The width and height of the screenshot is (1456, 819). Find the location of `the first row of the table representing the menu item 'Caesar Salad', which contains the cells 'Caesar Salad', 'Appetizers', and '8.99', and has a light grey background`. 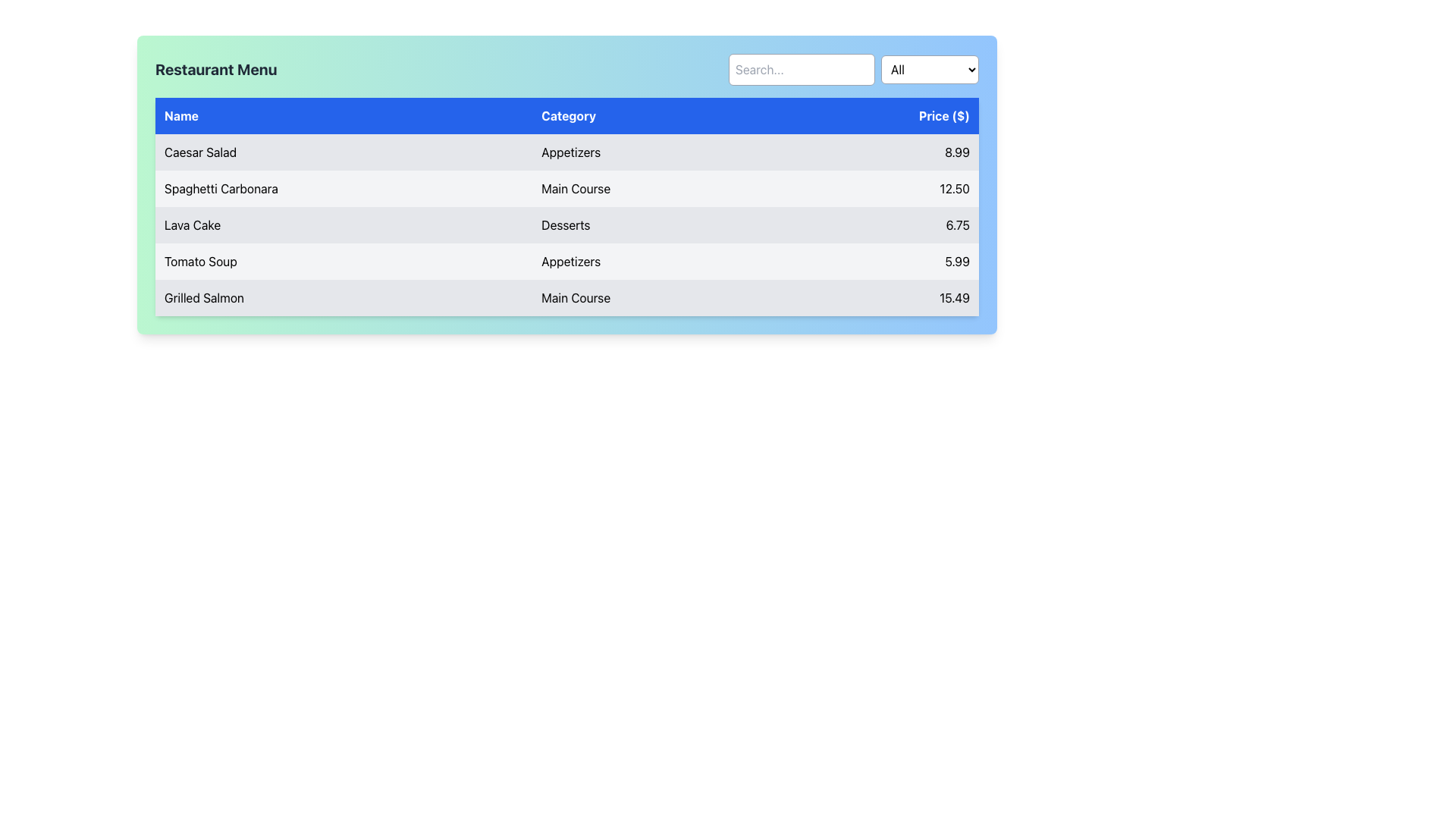

the first row of the table representing the menu item 'Caesar Salad', which contains the cells 'Caesar Salad', 'Appetizers', and '8.99', and has a light grey background is located at coordinates (566, 152).